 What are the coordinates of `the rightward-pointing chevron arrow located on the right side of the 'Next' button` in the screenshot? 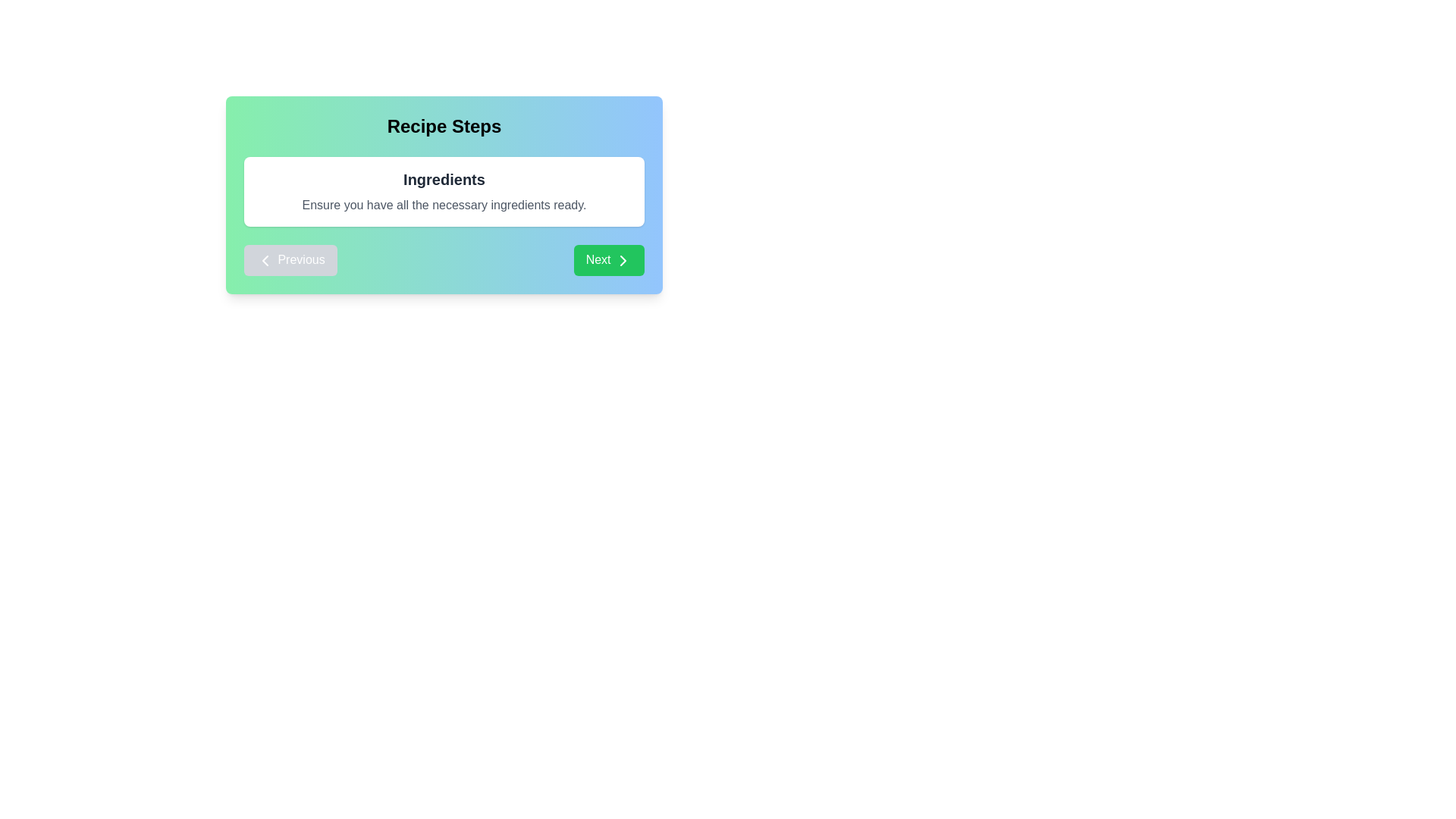 It's located at (623, 259).